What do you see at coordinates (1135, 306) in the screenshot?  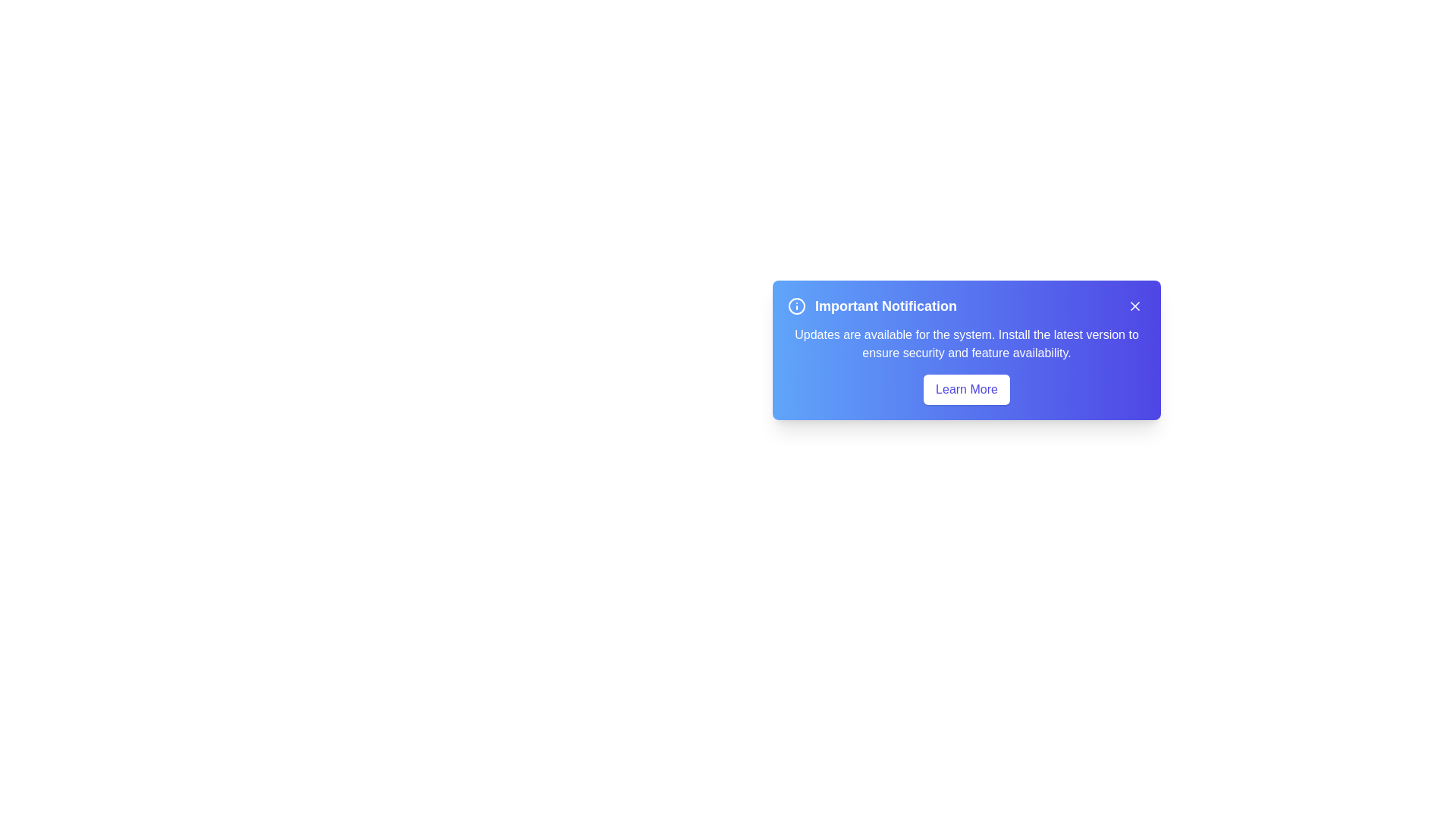 I see `the close button in the top-right corner of the alert` at bounding box center [1135, 306].